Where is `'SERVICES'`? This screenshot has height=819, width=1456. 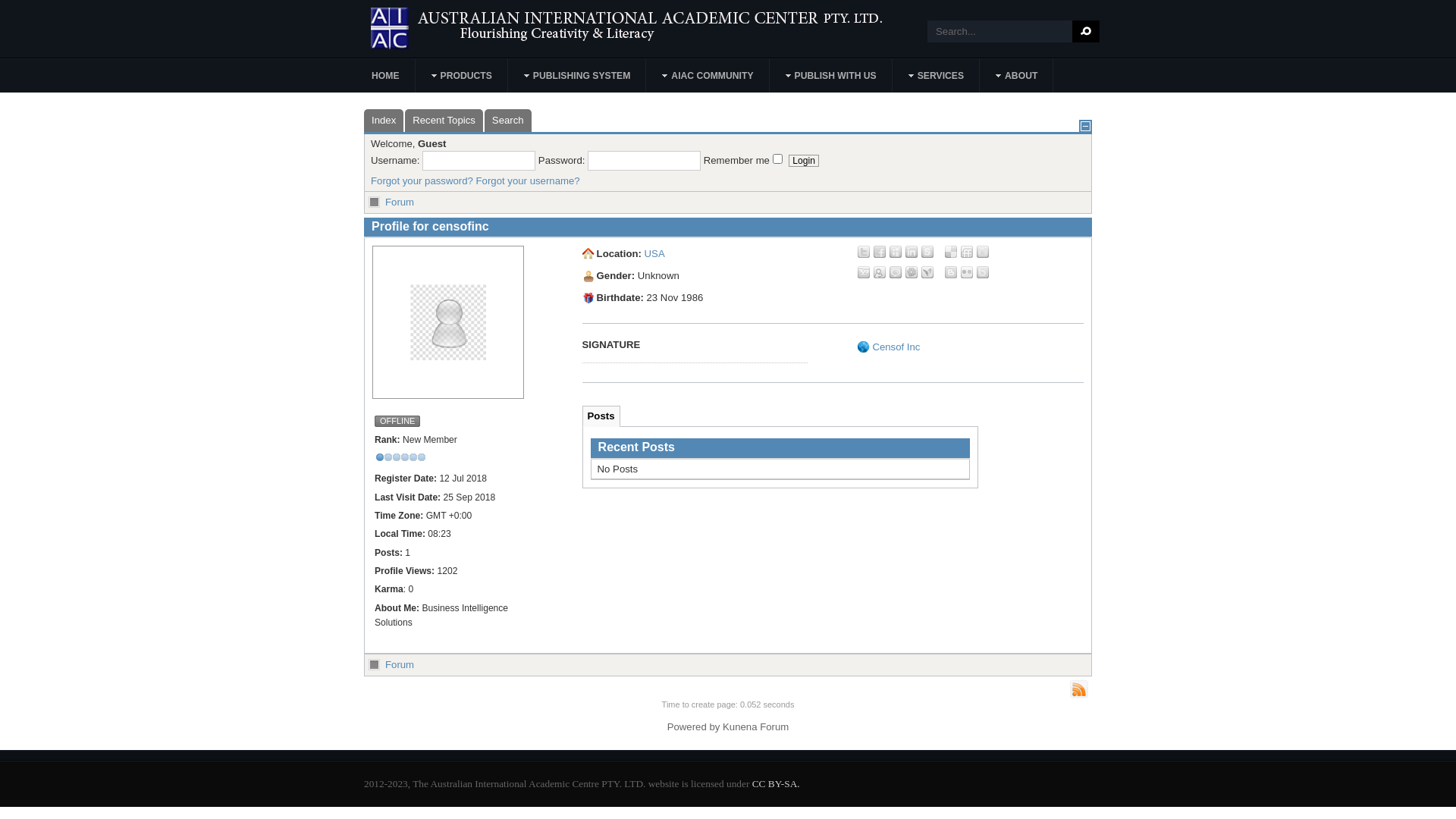
'SERVICES' is located at coordinates (935, 76).